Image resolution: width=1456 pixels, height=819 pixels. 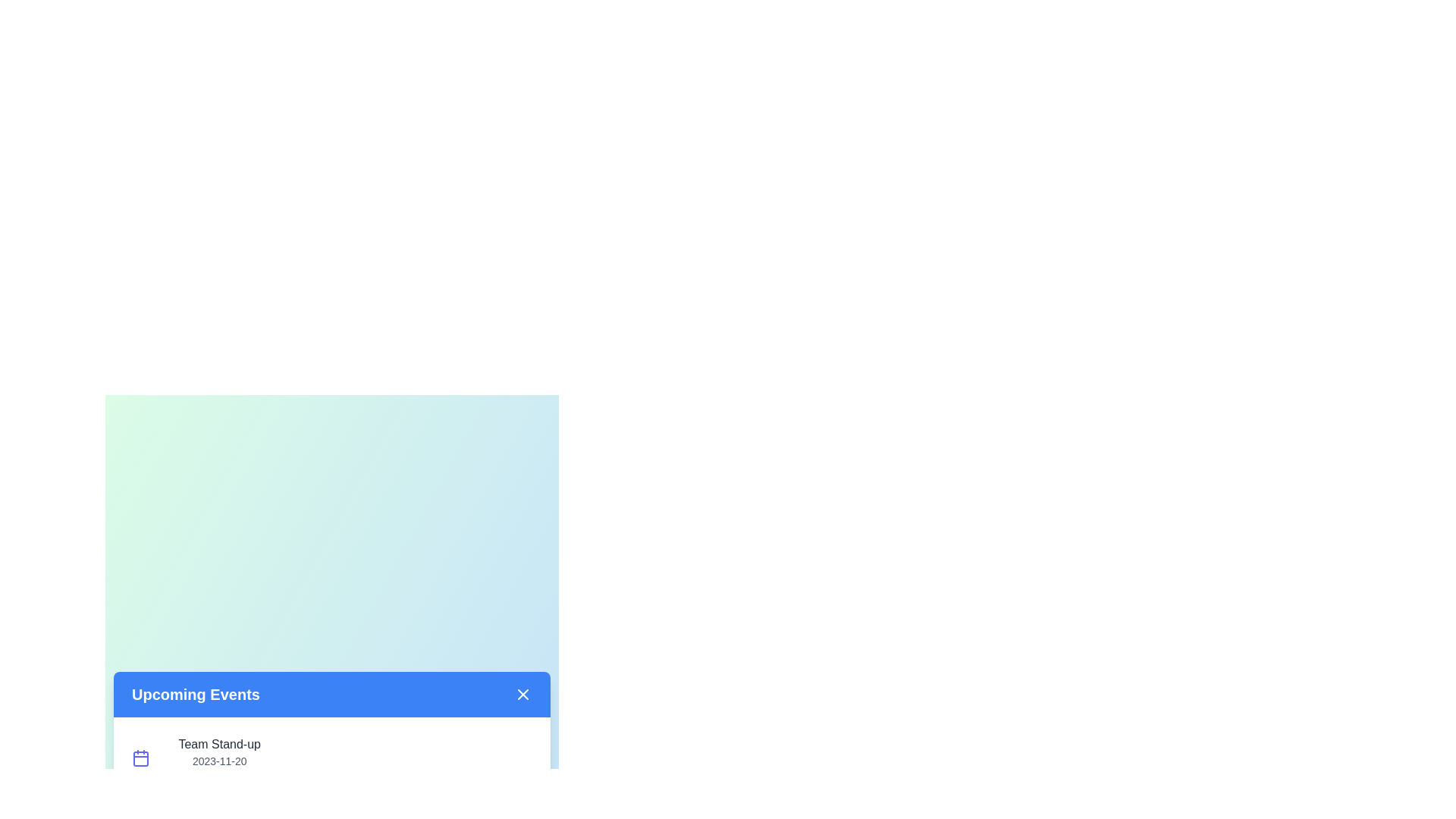 I want to click on the close button at the top-right corner of the dialog to close it, so click(x=523, y=694).